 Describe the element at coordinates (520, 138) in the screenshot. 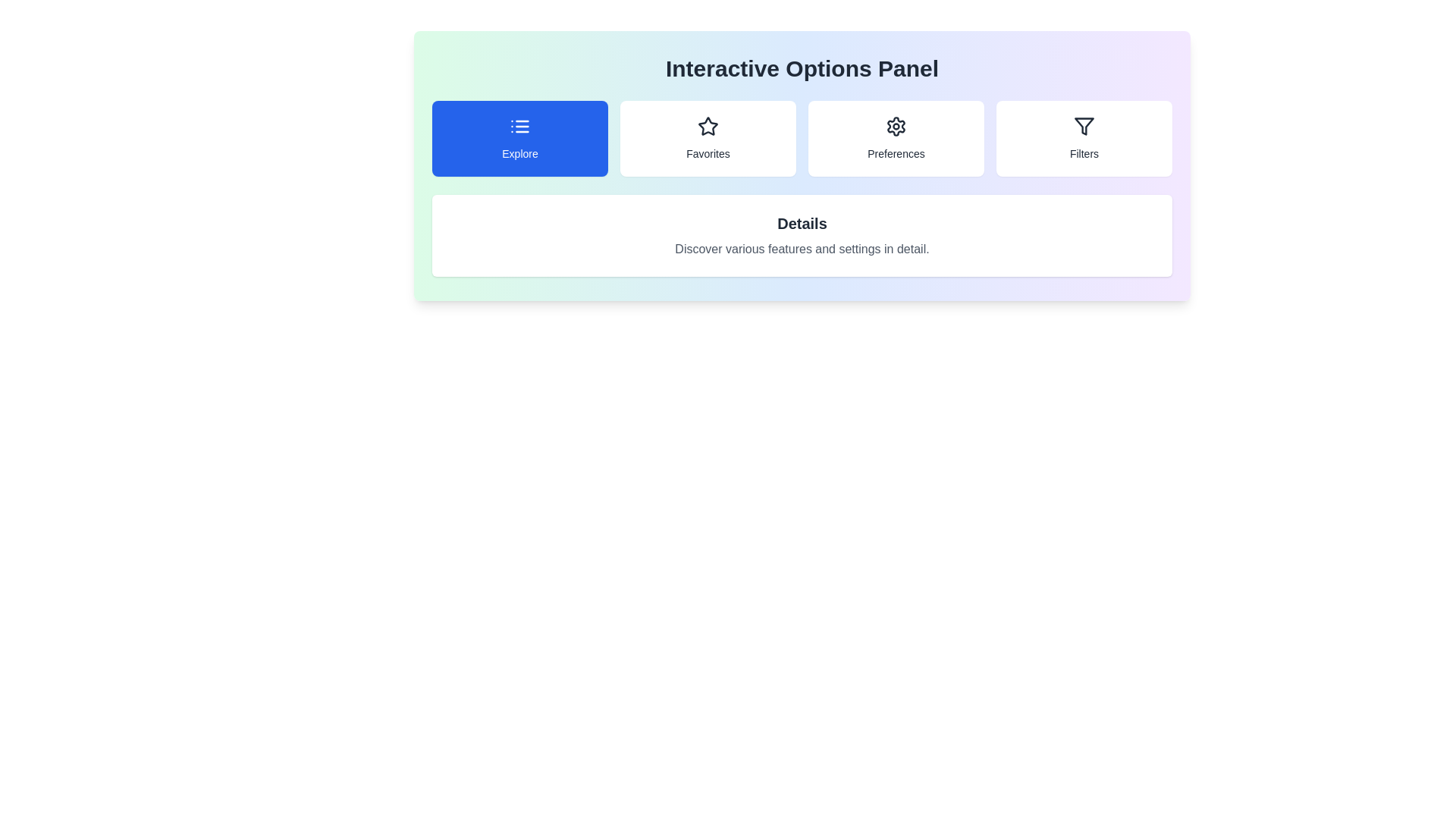

I see `the blue 'Explore' button with white text and a list icon` at that location.